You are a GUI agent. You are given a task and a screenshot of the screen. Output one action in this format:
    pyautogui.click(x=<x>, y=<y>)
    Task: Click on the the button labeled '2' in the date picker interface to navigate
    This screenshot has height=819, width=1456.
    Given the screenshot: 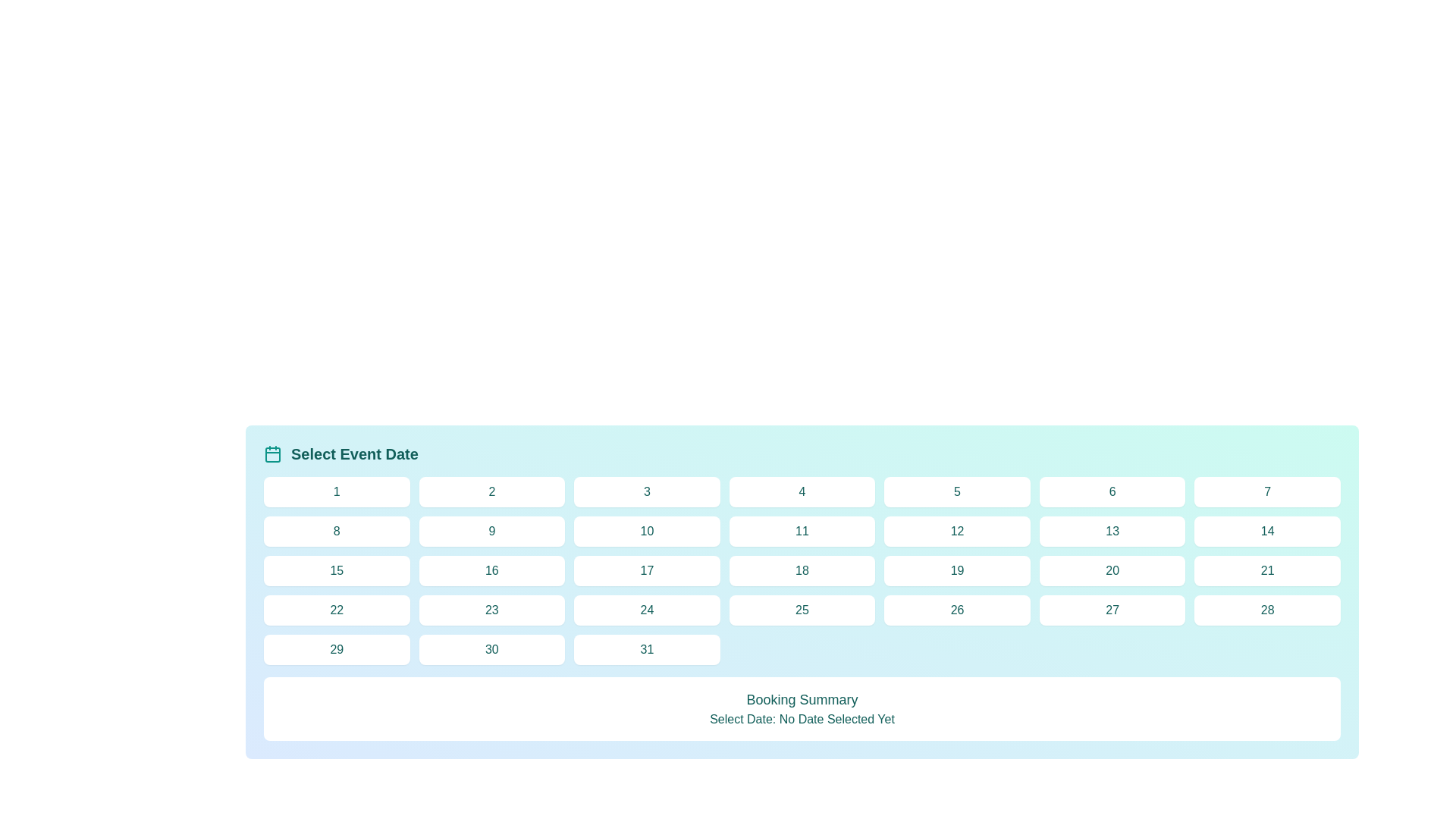 What is the action you would take?
    pyautogui.click(x=491, y=491)
    